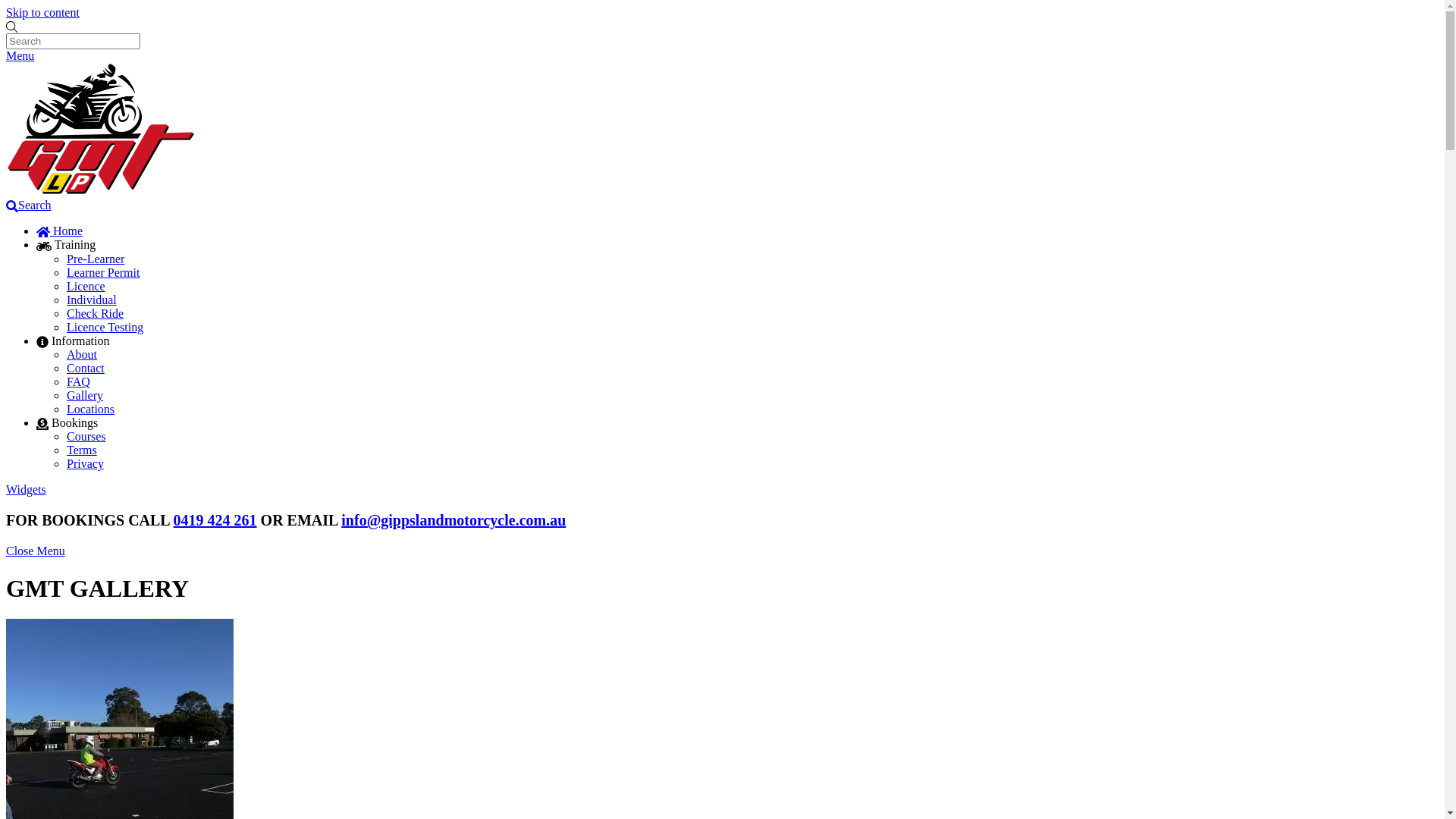  Describe the element at coordinates (102, 271) in the screenshot. I see `'Learner Permit'` at that location.